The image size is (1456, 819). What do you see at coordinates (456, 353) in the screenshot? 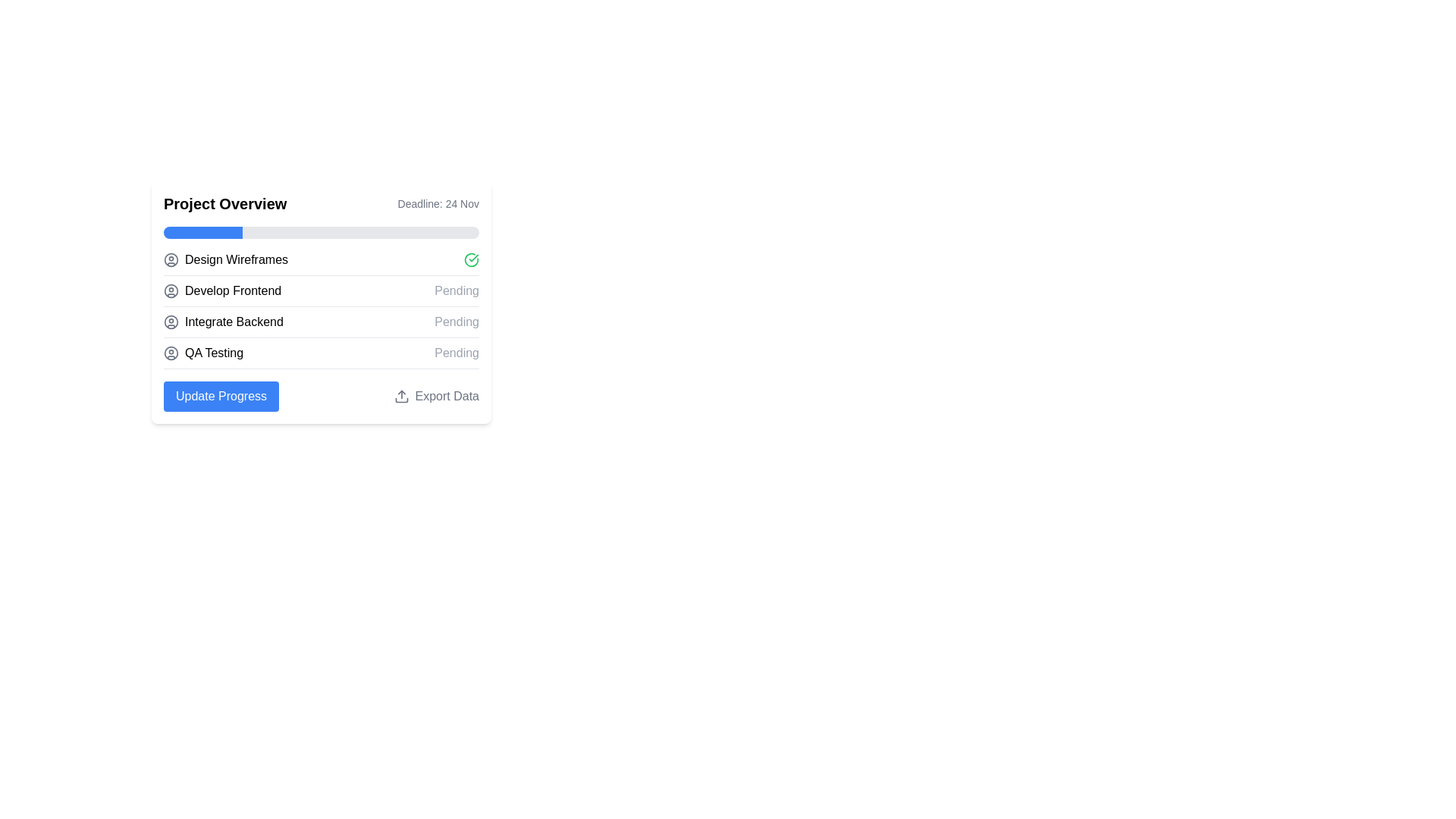
I see `'Pending' text label, which is styled in gray and positioned next to the 'QA Testing' label in the project's task list` at bounding box center [456, 353].